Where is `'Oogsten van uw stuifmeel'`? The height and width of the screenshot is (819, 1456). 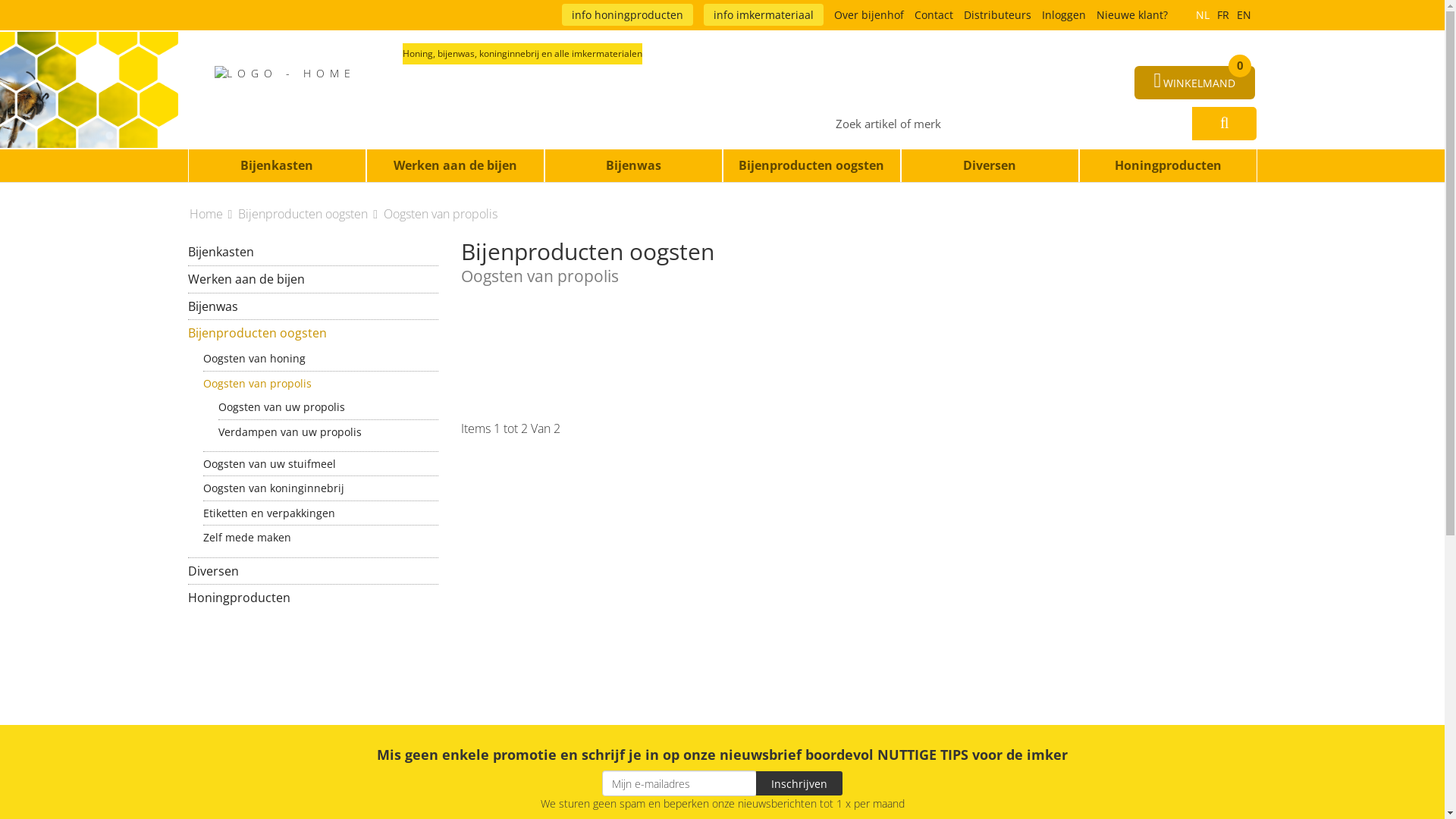 'Oogsten van uw stuifmeel' is located at coordinates (319, 463).